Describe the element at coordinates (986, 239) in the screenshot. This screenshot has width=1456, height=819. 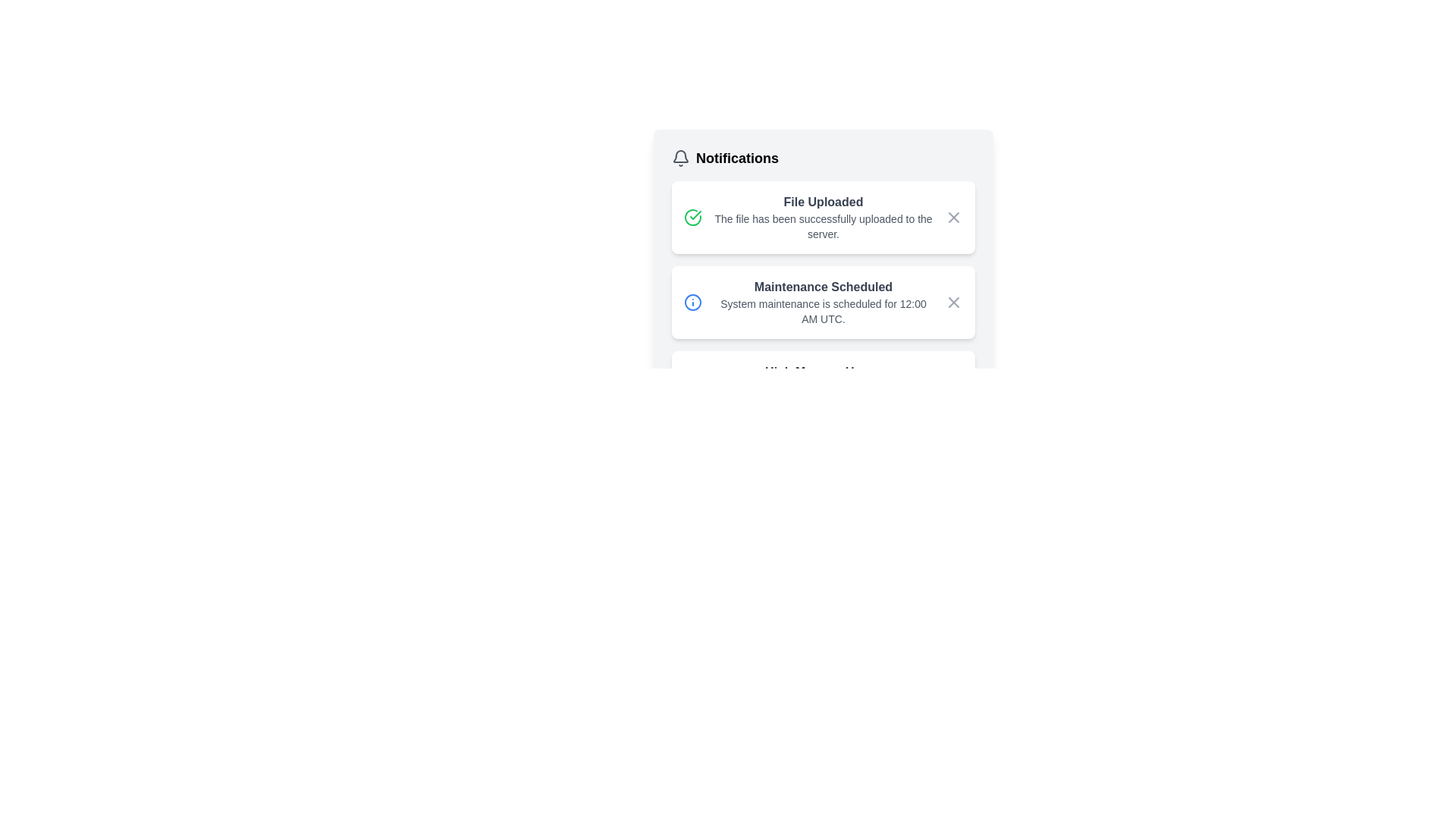
I see `the icons within the notification widget, which is a rectangular panel with a white background and rounded corners` at that location.